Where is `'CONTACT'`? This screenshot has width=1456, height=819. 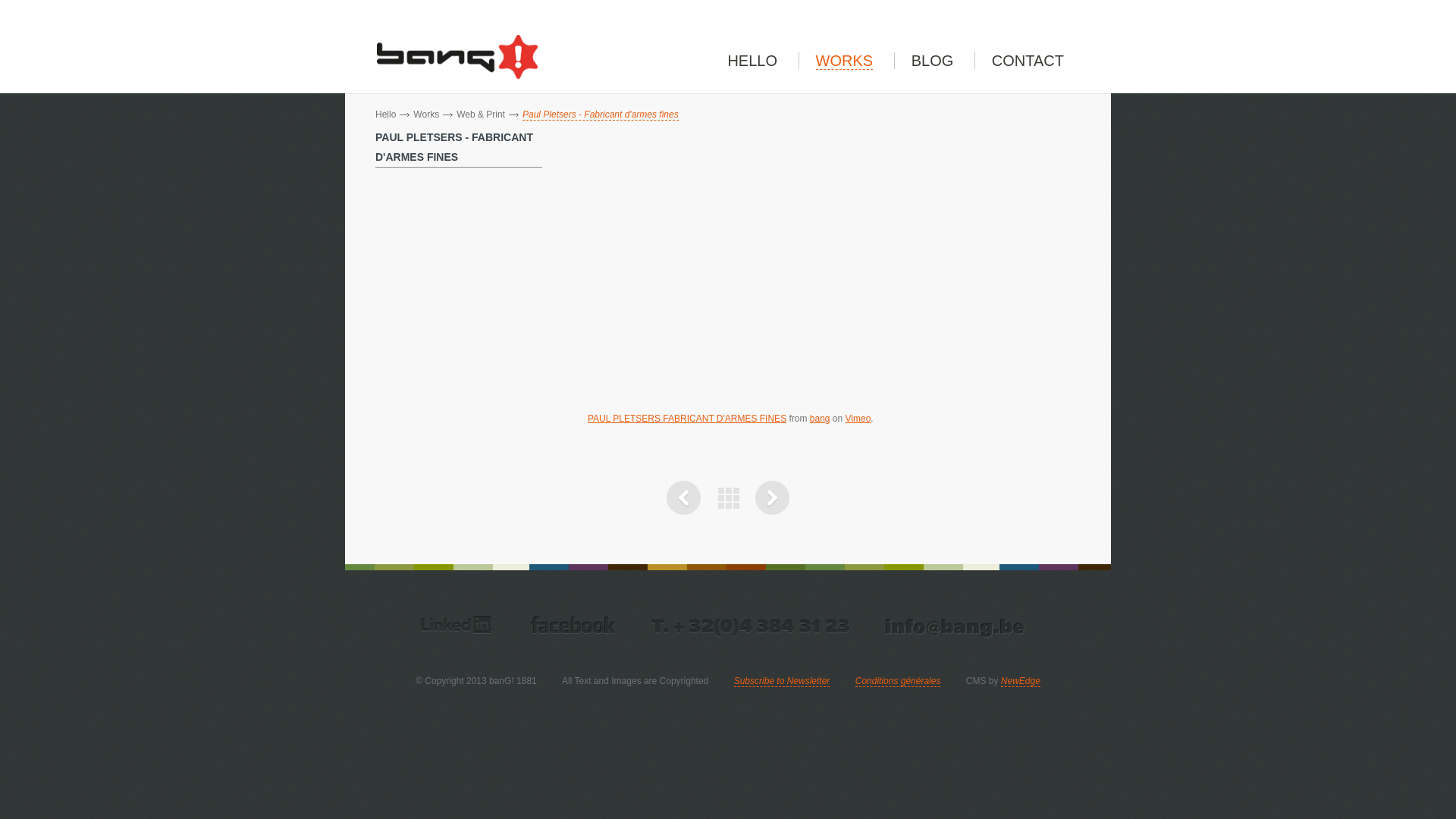 'CONTACT' is located at coordinates (1028, 60).